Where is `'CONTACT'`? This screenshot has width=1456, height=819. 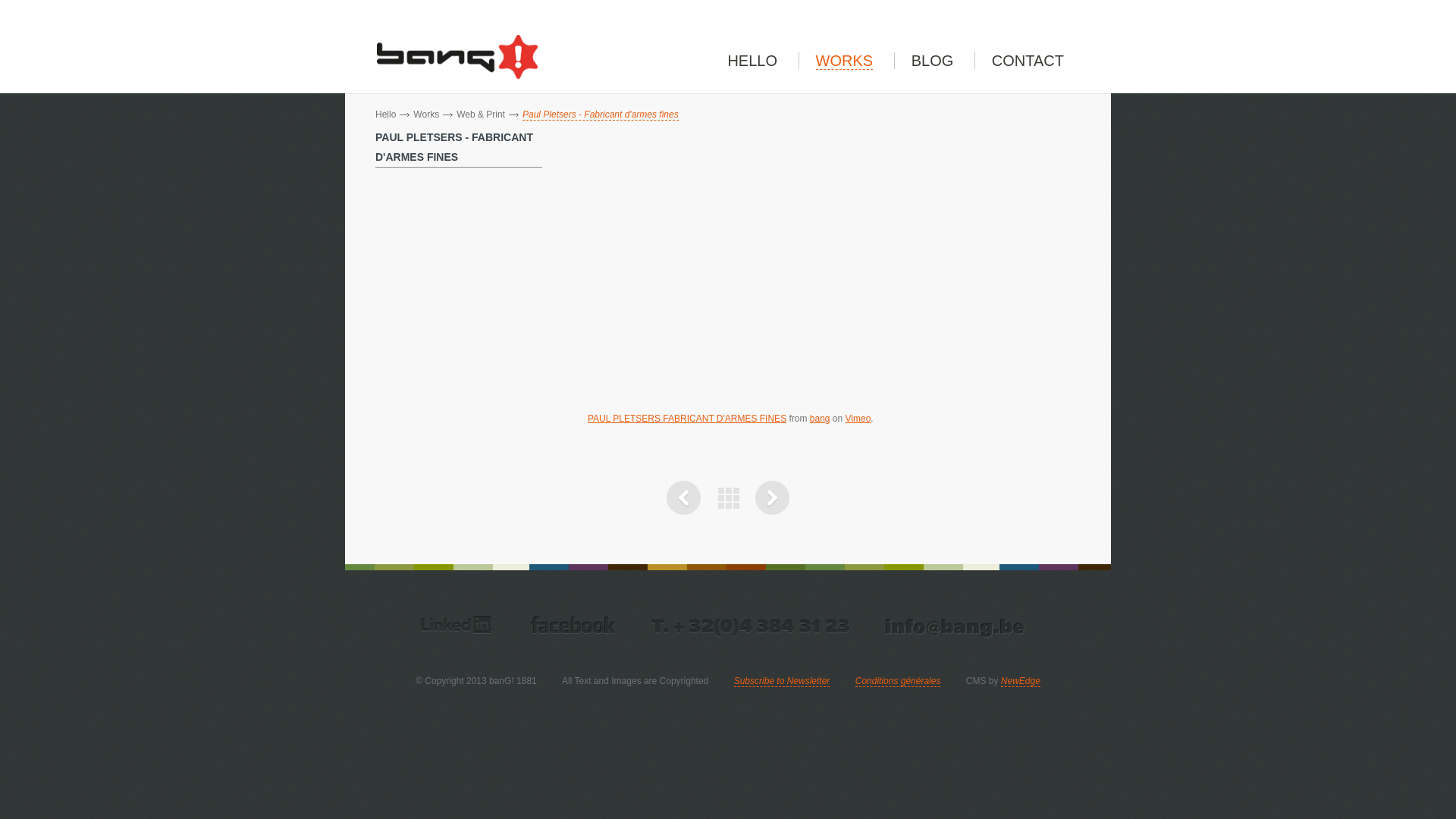 'CONTACT' is located at coordinates (1028, 60).